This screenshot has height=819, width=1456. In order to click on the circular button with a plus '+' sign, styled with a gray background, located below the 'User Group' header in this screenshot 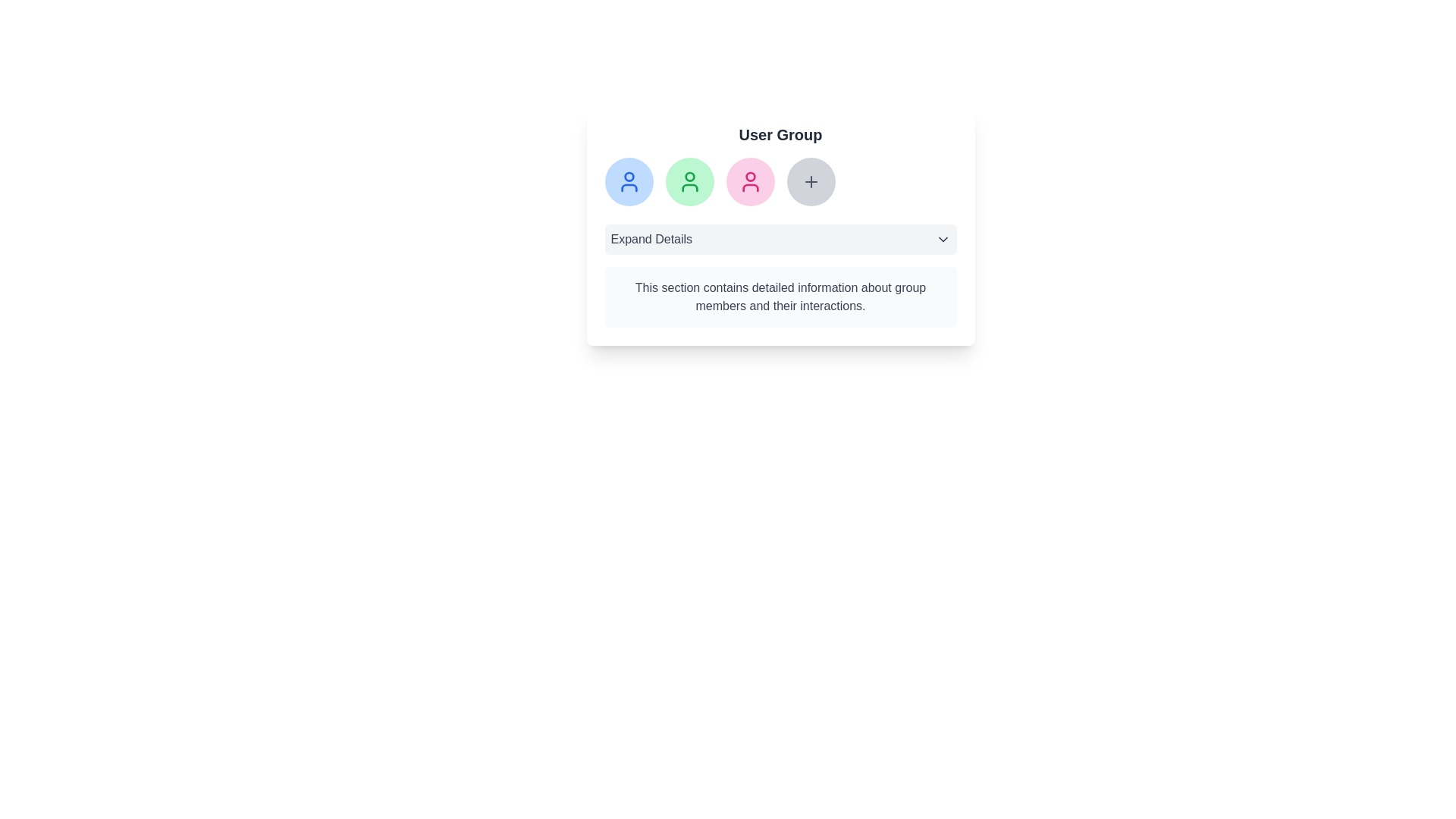, I will do `click(810, 180)`.